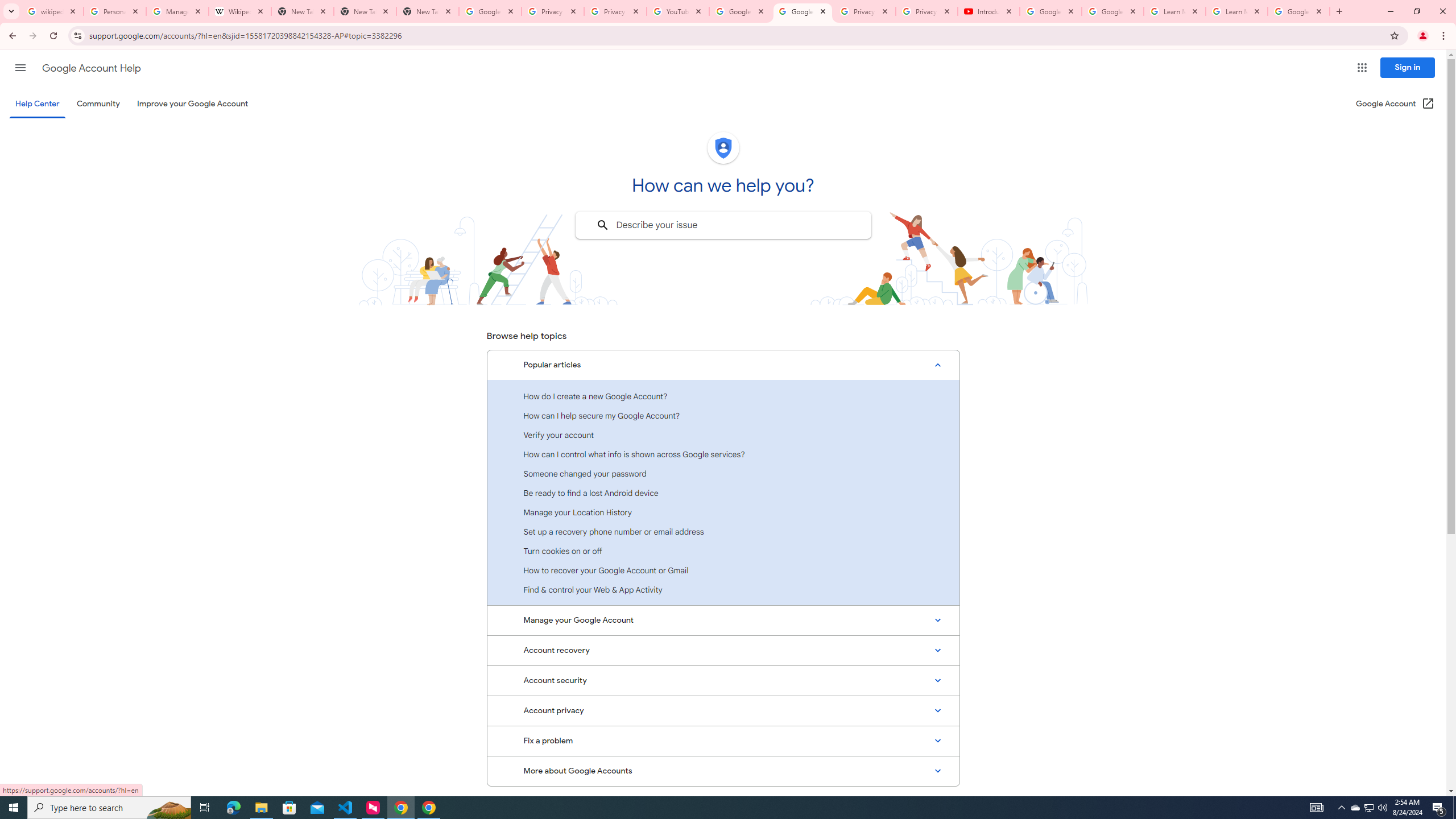 This screenshot has height=819, width=1456. I want to click on 'New Tab', so click(427, 11).